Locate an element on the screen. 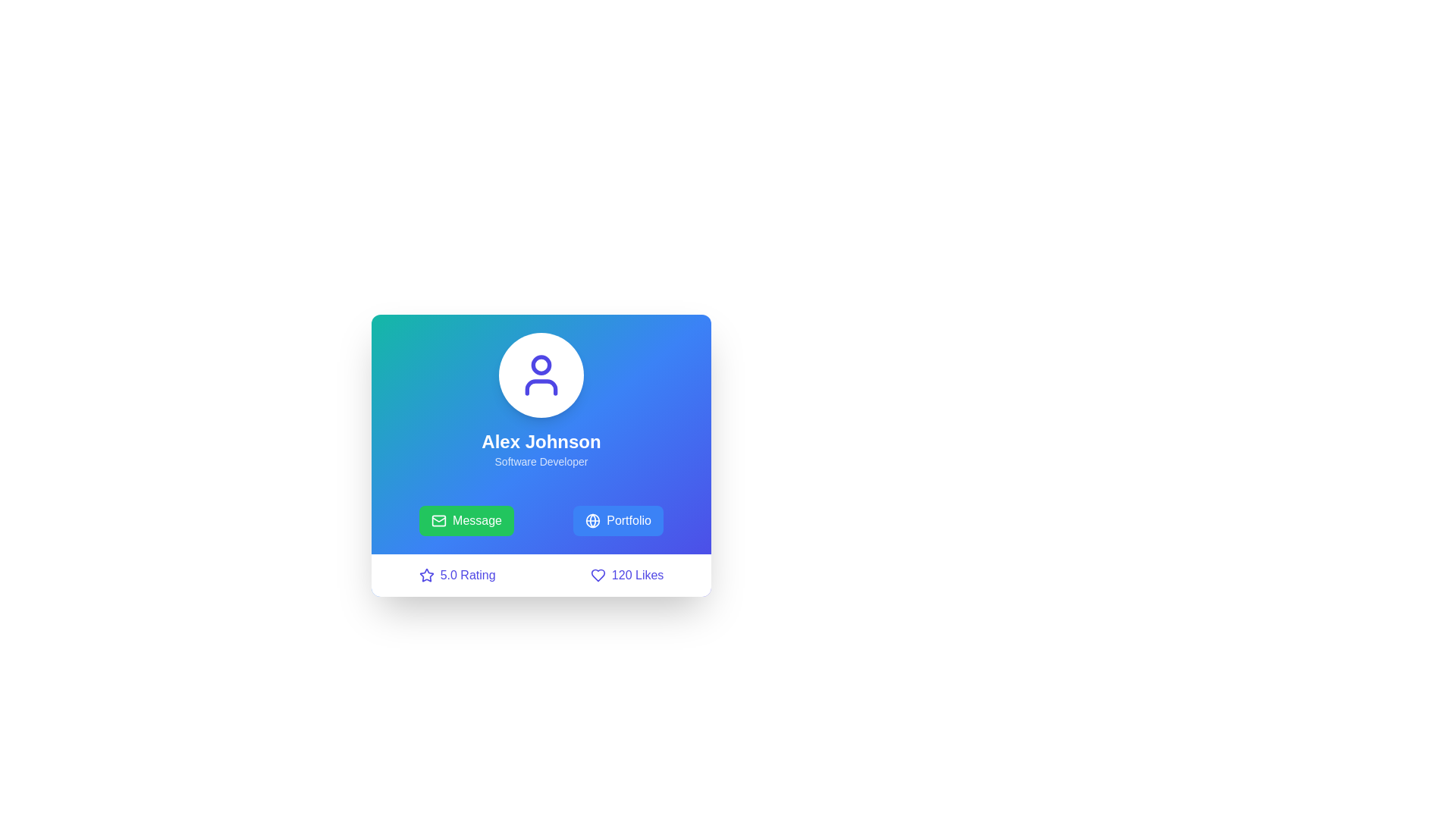 This screenshot has width=1456, height=819. the 'likes' icon located to the left of the text '120 Likes' in the bottom-right corner of the user card is located at coordinates (597, 576).